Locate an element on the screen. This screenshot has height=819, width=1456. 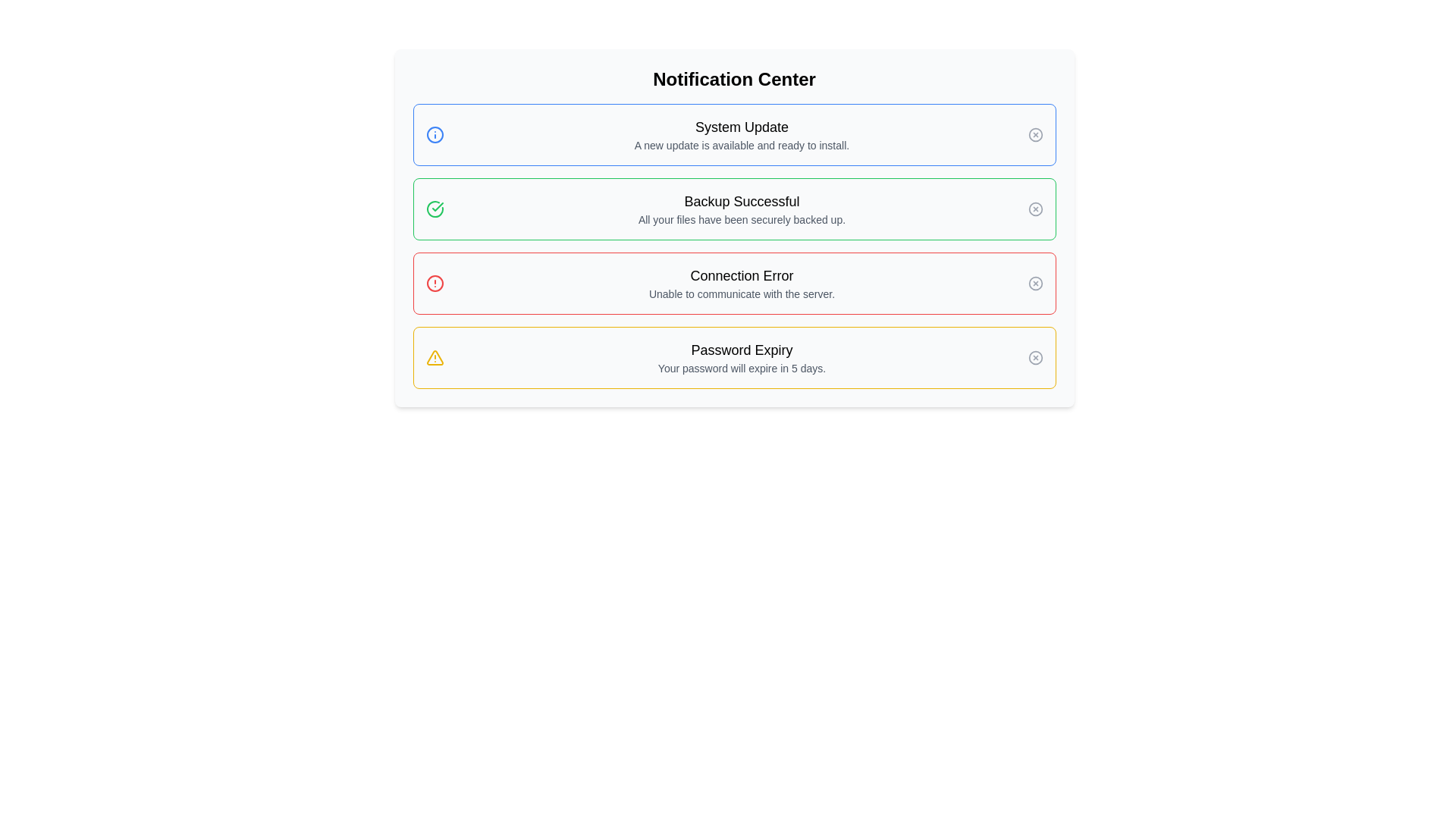
message displayed in the second line of the 'Password Expiry' notification section at the bottom of the notification list is located at coordinates (742, 369).